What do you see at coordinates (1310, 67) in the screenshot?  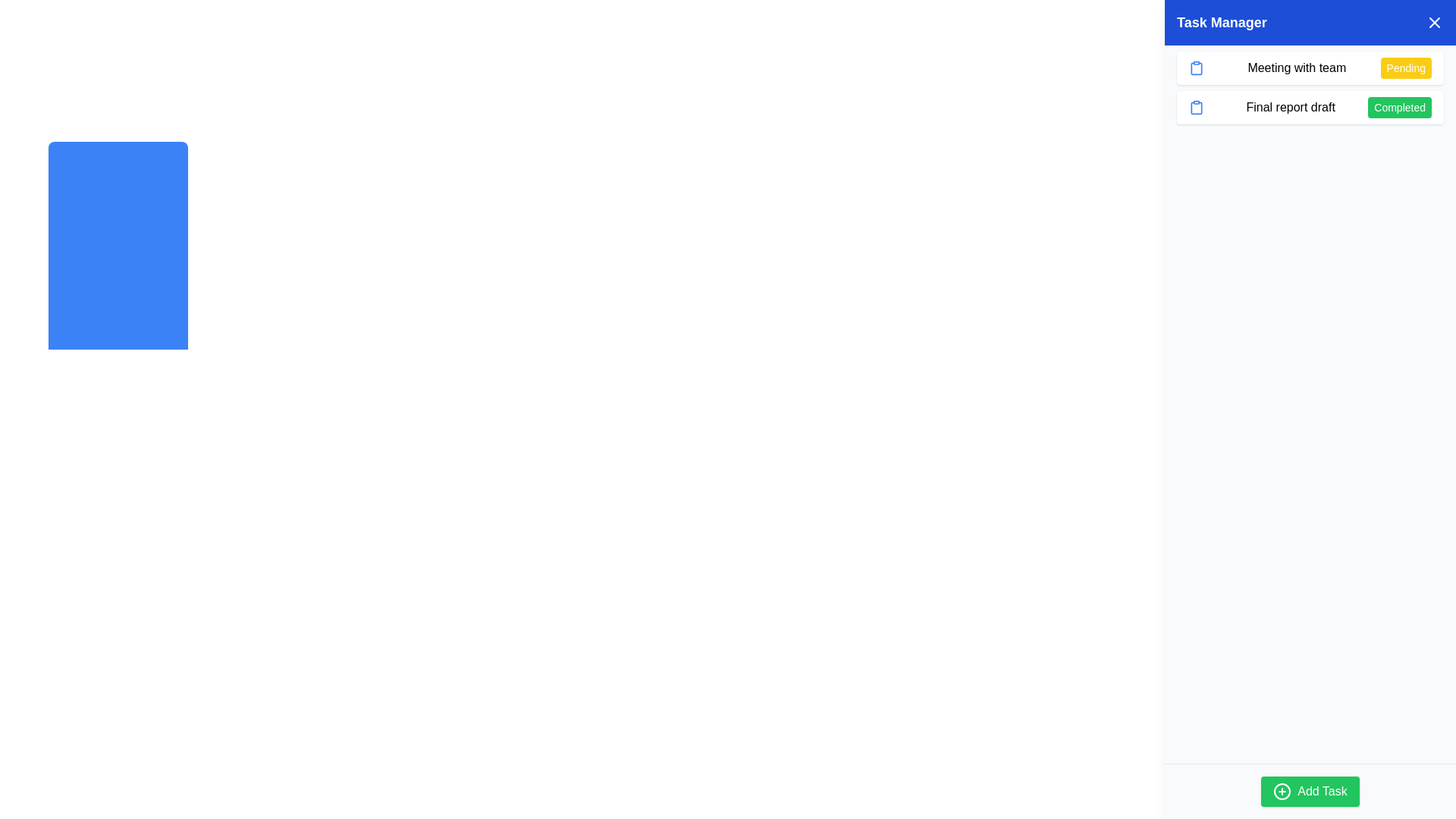 I see `the button labeled 'Meeting with team' which features a blue clipboard icon and a yellow 'Pending' badge` at bounding box center [1310, 67].